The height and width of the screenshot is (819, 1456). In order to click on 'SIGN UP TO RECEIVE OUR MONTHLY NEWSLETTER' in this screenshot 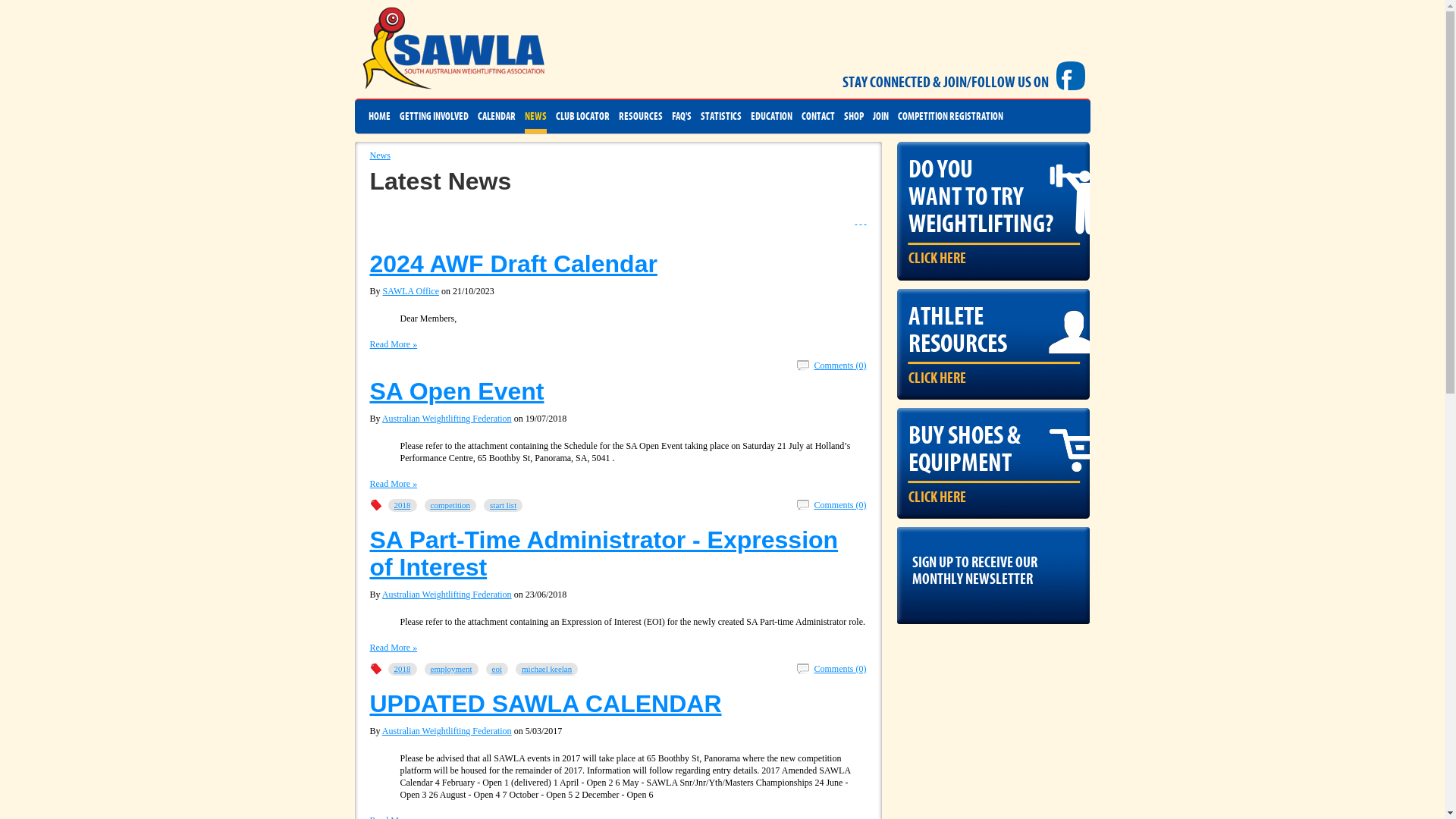, I will do `click(993, 567)`.